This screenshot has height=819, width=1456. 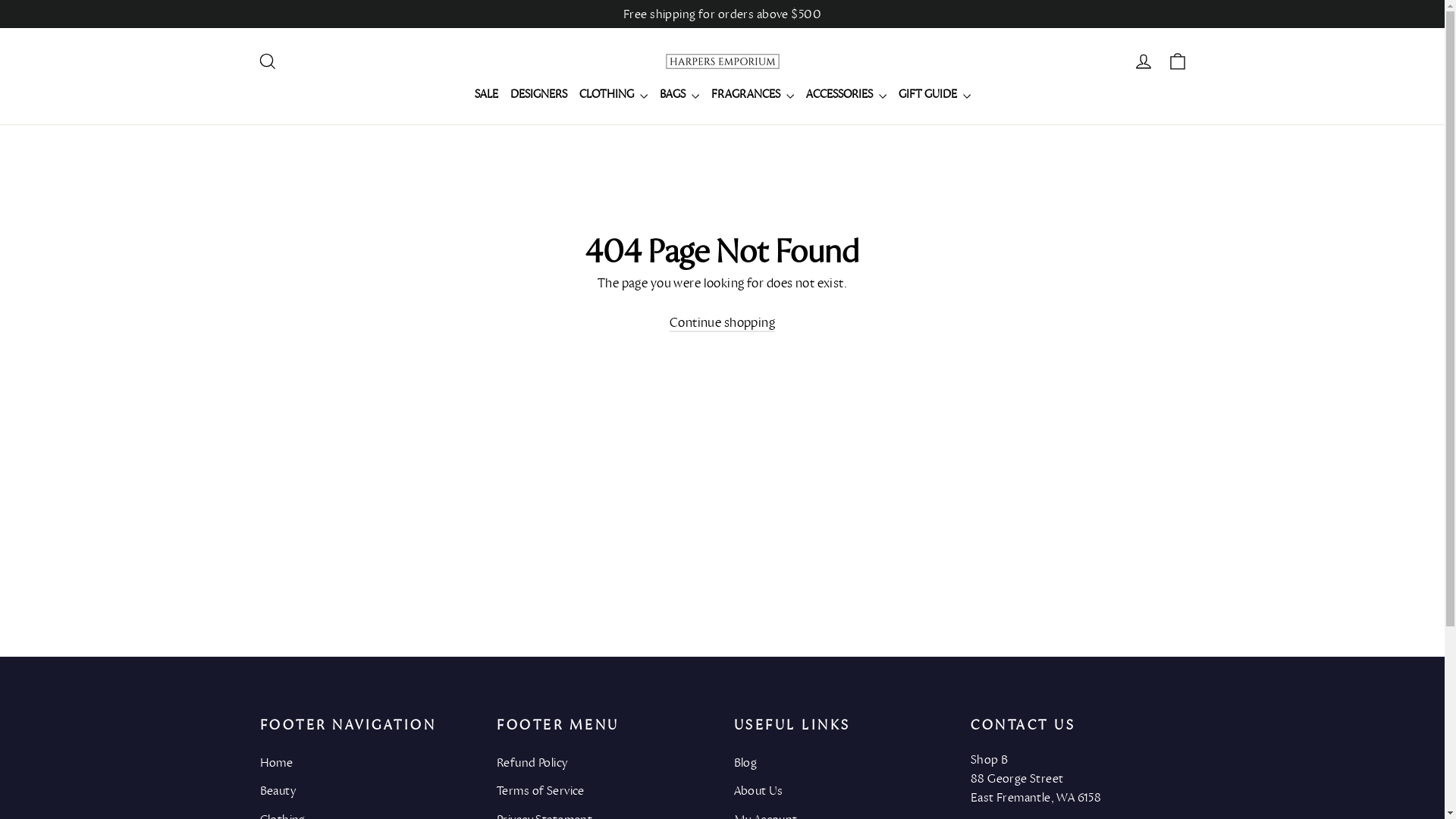 What do you see at coordinates (721, 322) in the screenshot?
I see `'Continue shopping'` at bounding box center [721, 322].